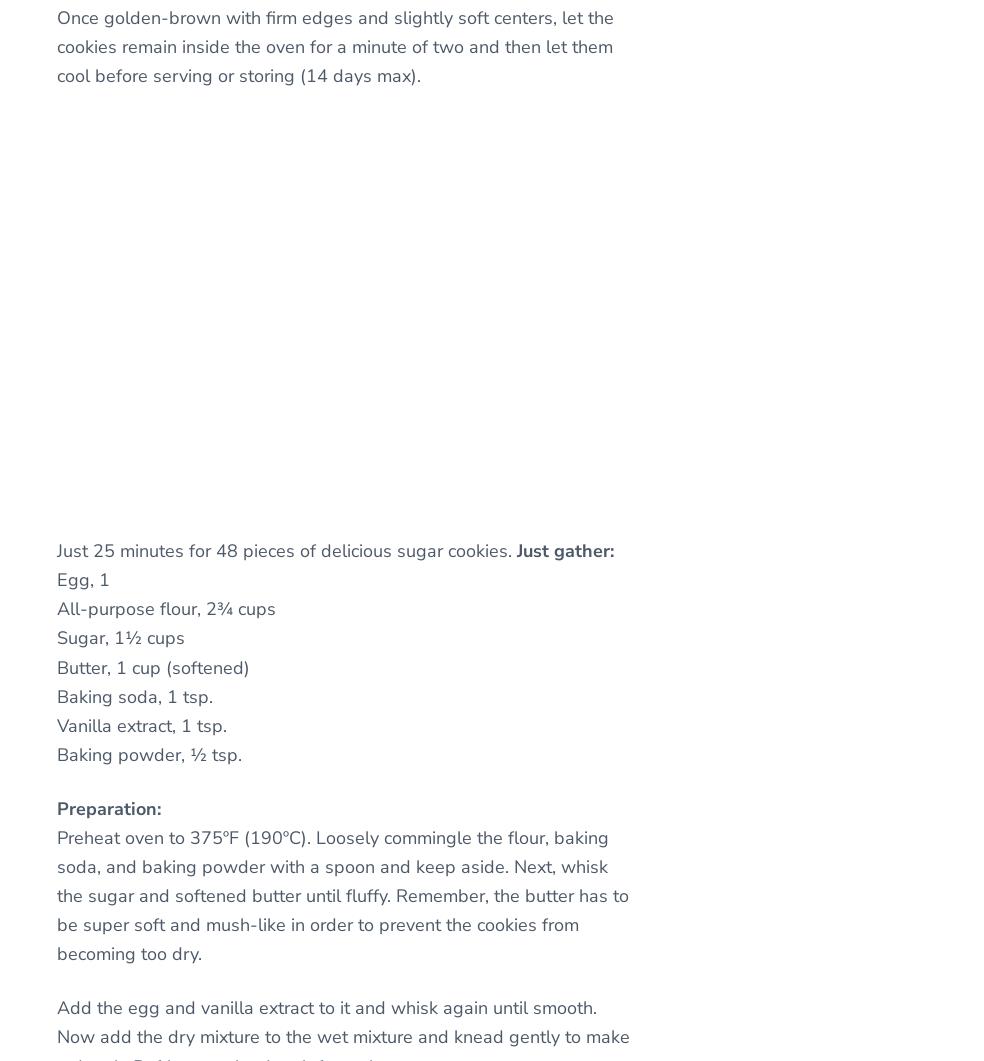 The image size is (984, 1061). What do you see at coordinates (135, 695) in the screenshot?
I see `'Baking soda, 1 tsp.'` at bounding box center [135, 695].